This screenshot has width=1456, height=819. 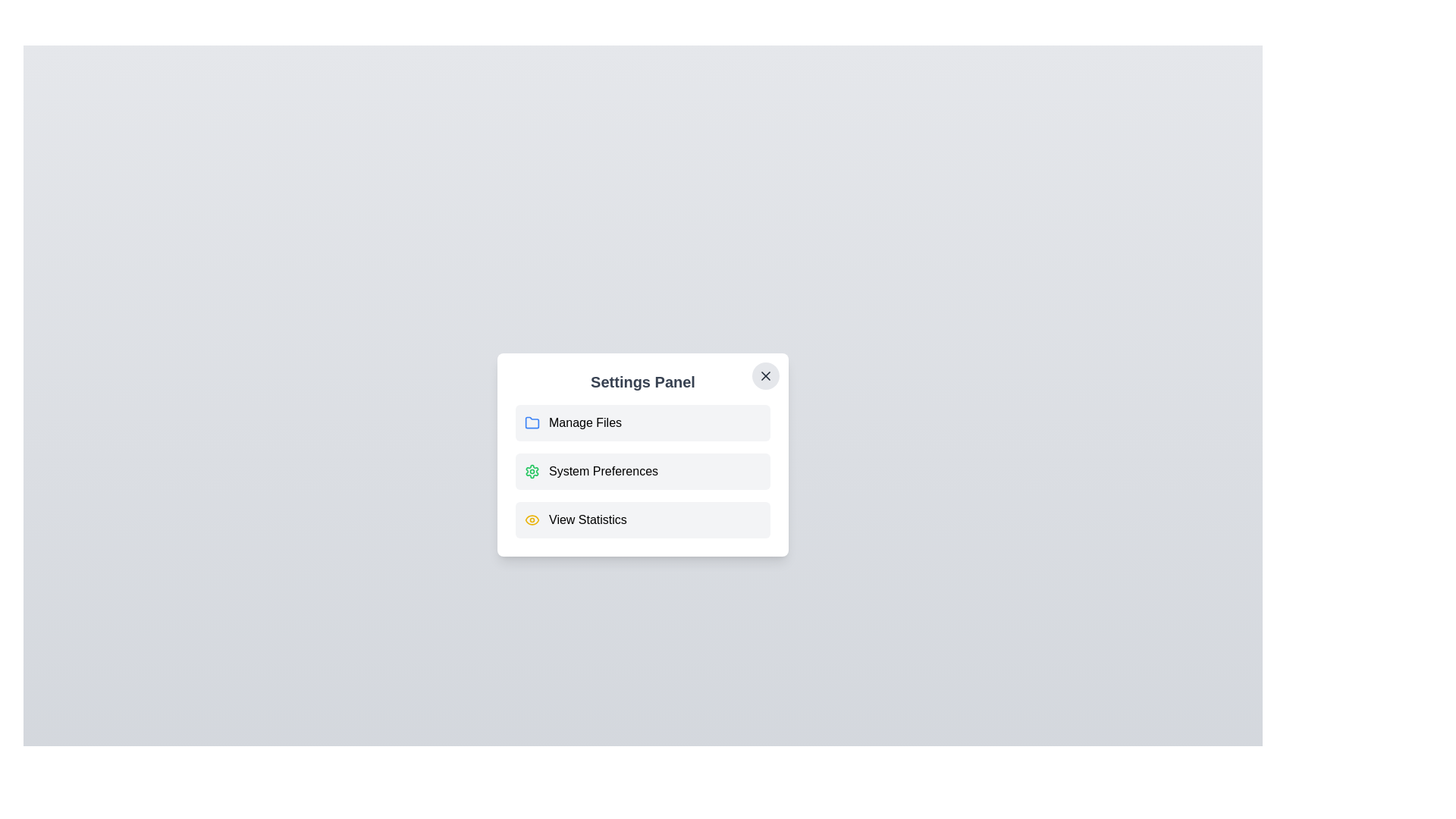 What do you see at coordinates (532, 470) in the screenshot?
I see `the green gear icon located in the second row of the 'Settings Panel', directly` at bounding box center [532, 470].